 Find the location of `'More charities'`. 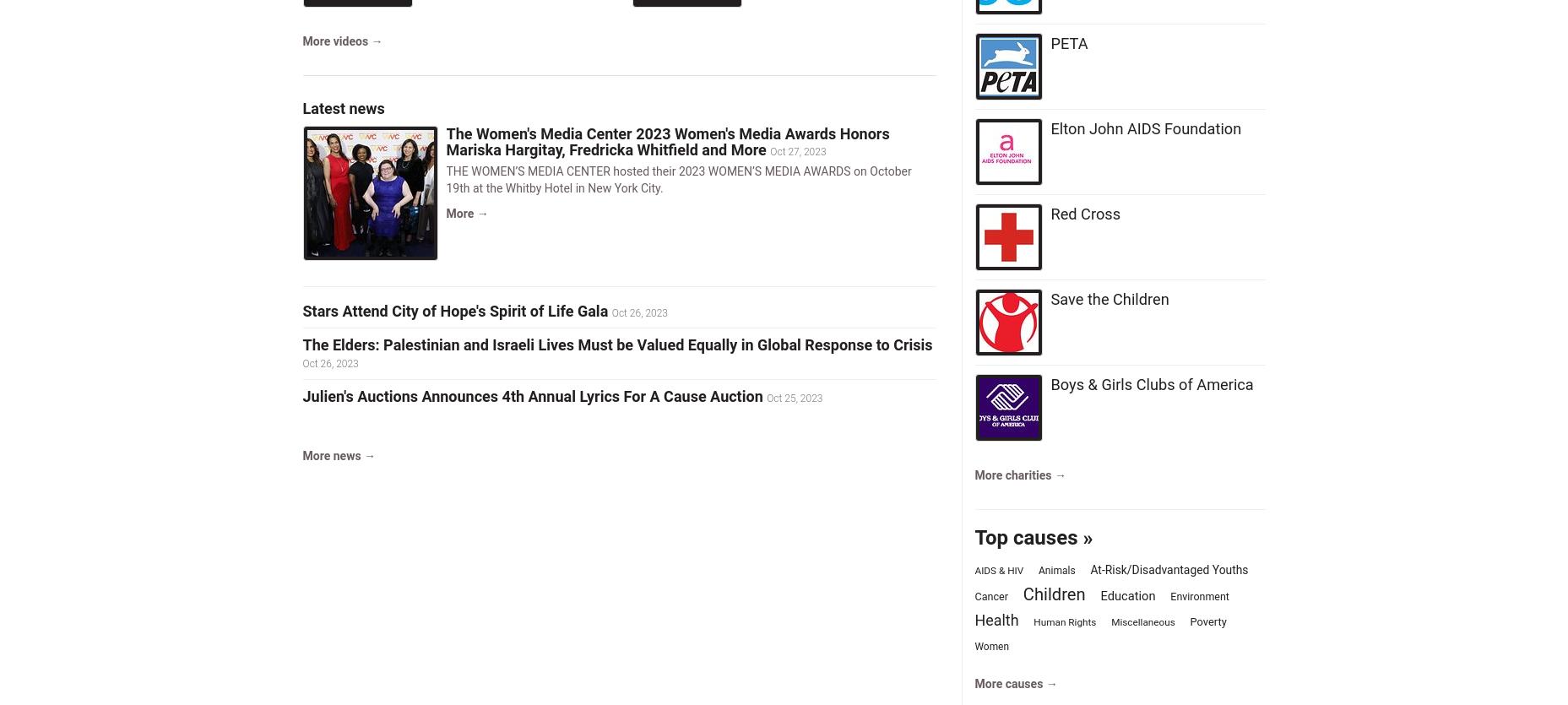

'More charities' is located at coordinates (1013, 475).